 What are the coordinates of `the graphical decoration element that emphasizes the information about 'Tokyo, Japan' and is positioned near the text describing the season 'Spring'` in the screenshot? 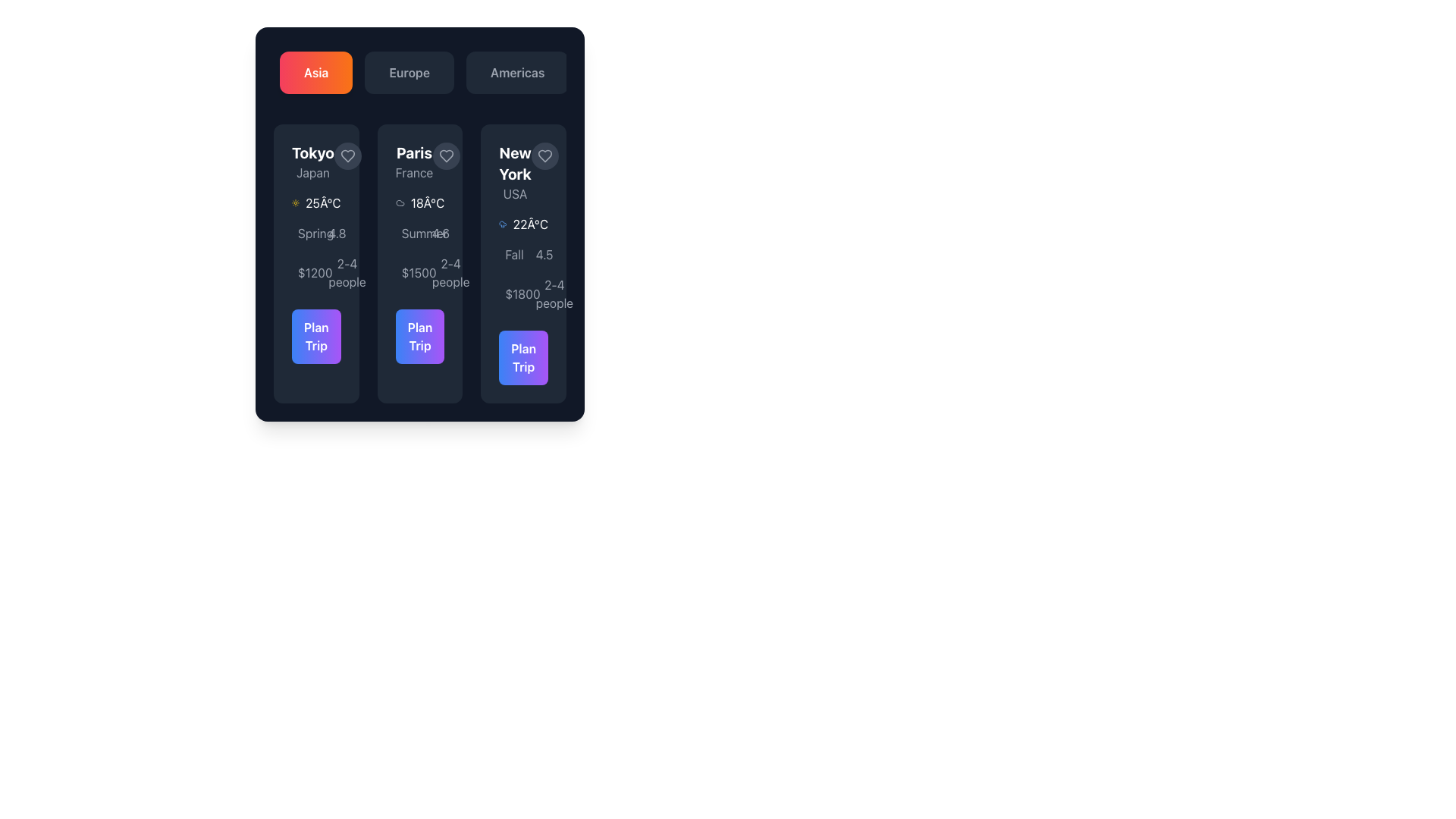 It's located at (301, 237).